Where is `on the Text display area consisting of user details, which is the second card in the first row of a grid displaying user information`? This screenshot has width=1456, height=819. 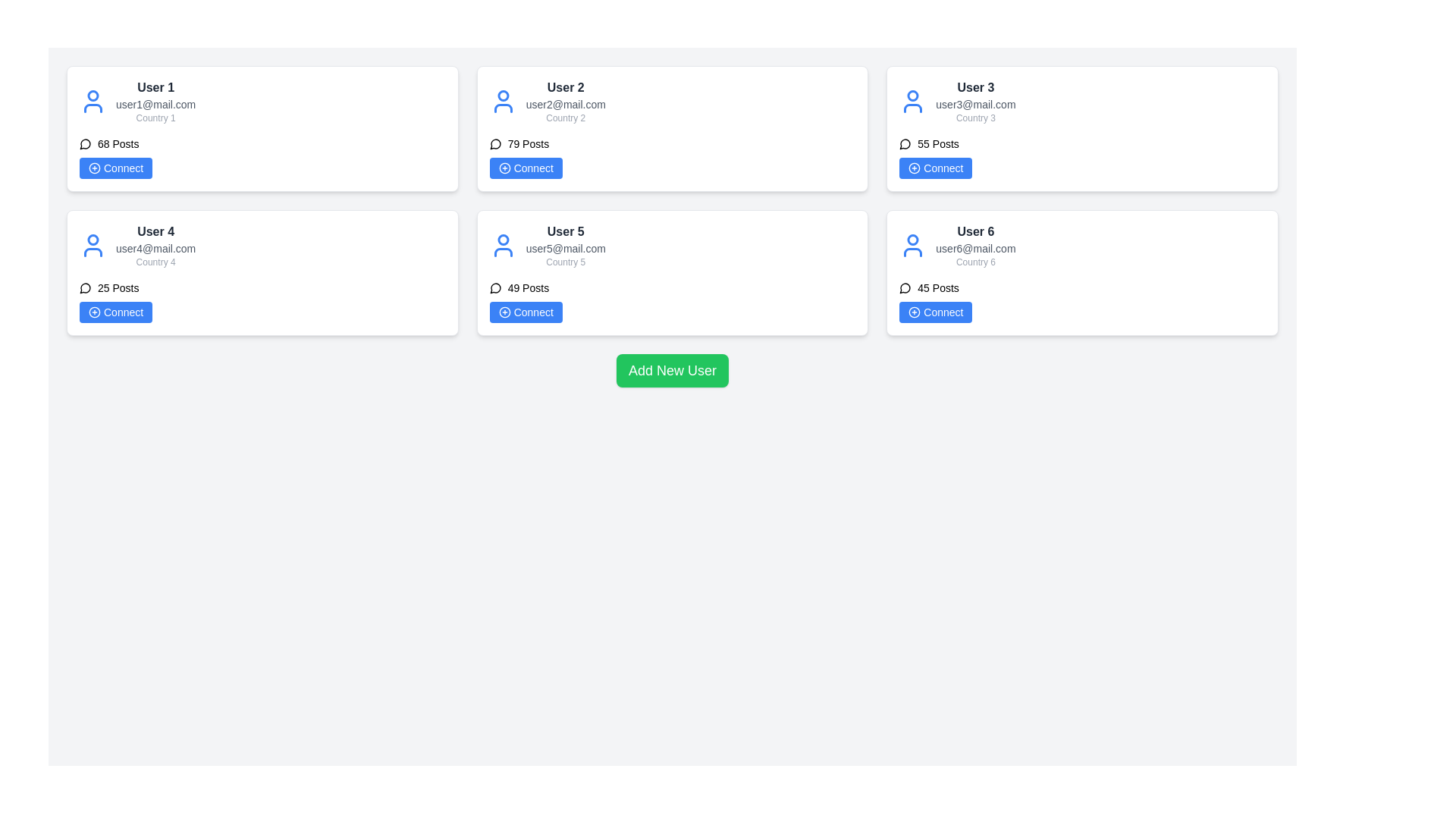
on the Text display area consisting of user details, which is the second card in the first row of a grid displaying user information is located at coordinates (565, 102).